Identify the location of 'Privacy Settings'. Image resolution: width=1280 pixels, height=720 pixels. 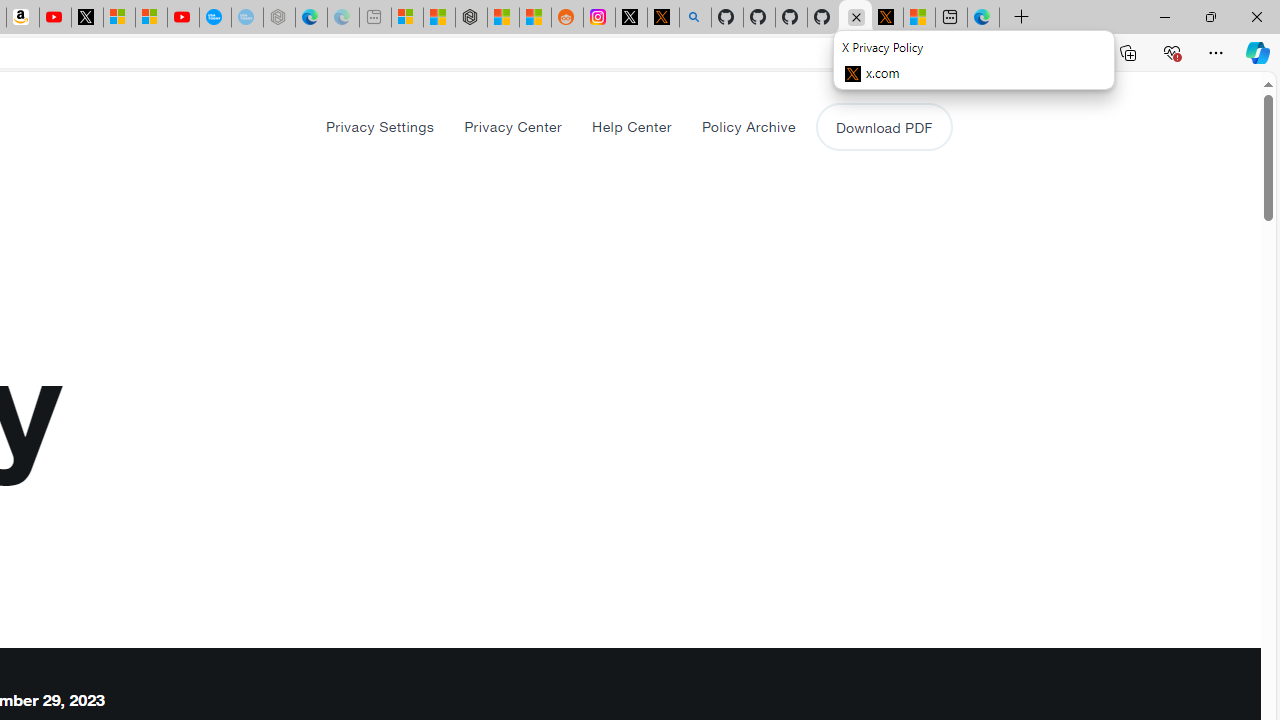
(380, 126).